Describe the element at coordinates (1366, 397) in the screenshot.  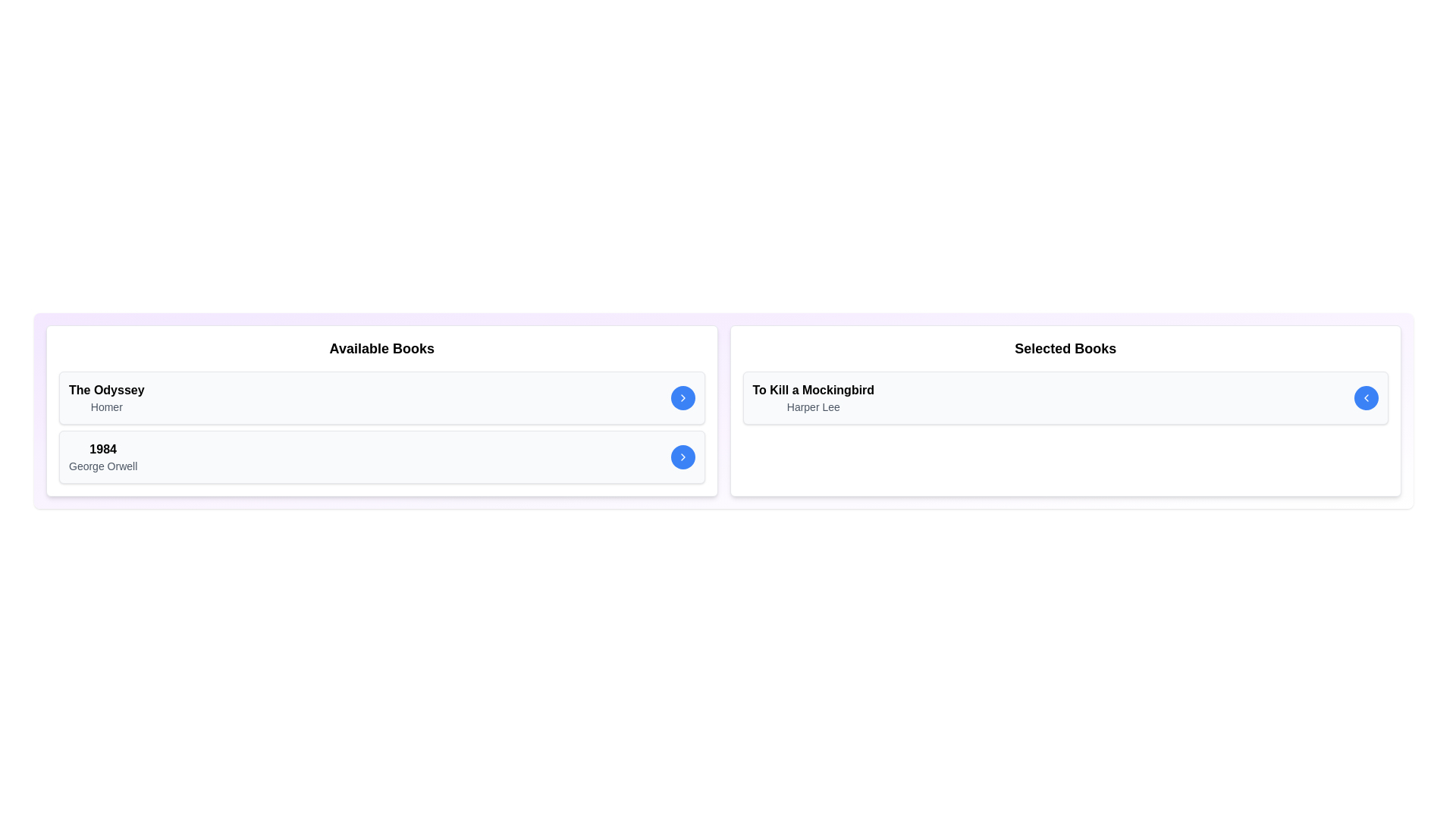
I see `arrow button for the book titled 'To Kill a Mockingbird' to transfer it to the other list` at that location.